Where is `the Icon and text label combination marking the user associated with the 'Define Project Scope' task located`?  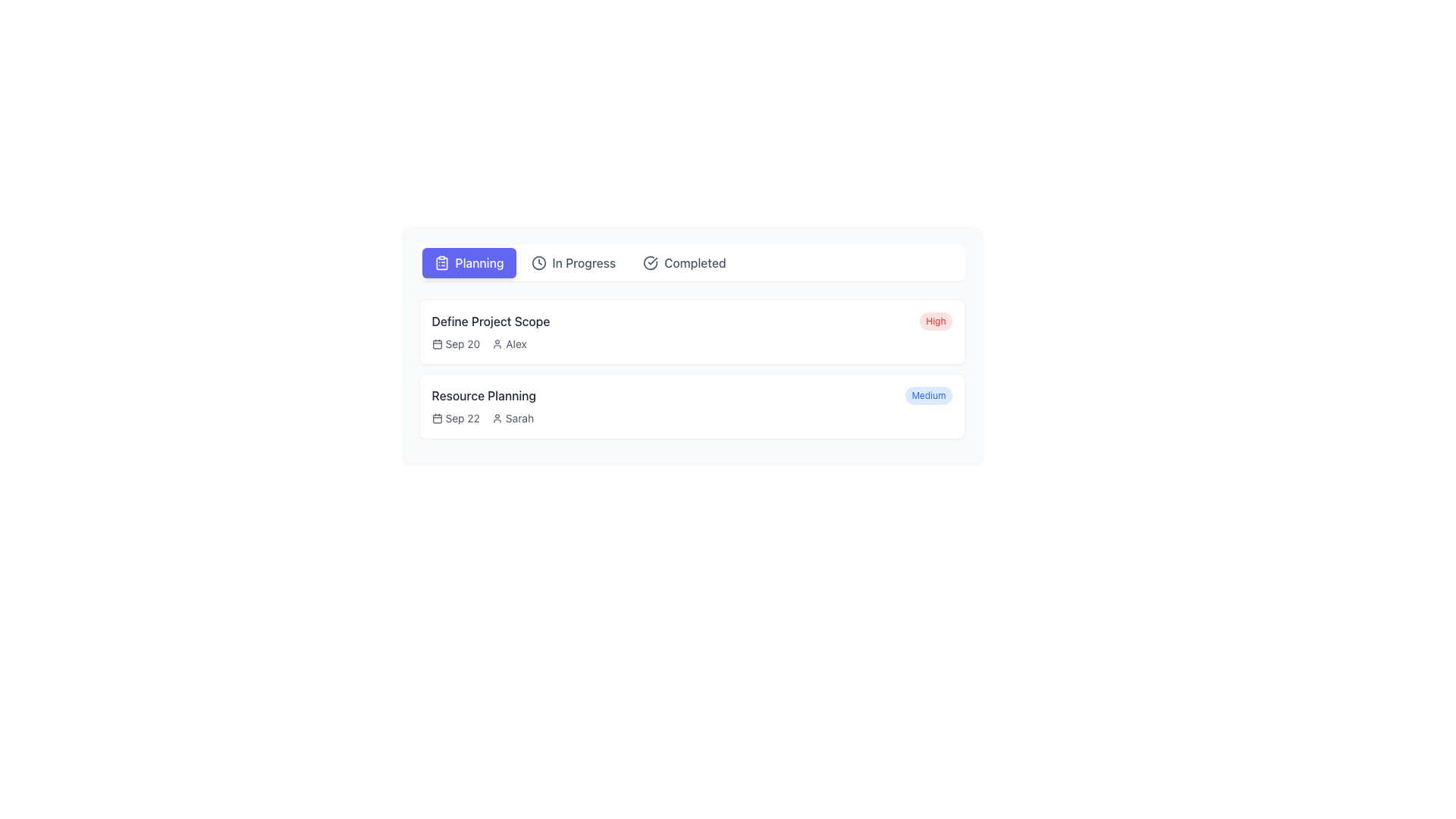 the Icon and text label combination marking the user associated with the 'Define Project Scope' task located is located at coordinates (510, 344).